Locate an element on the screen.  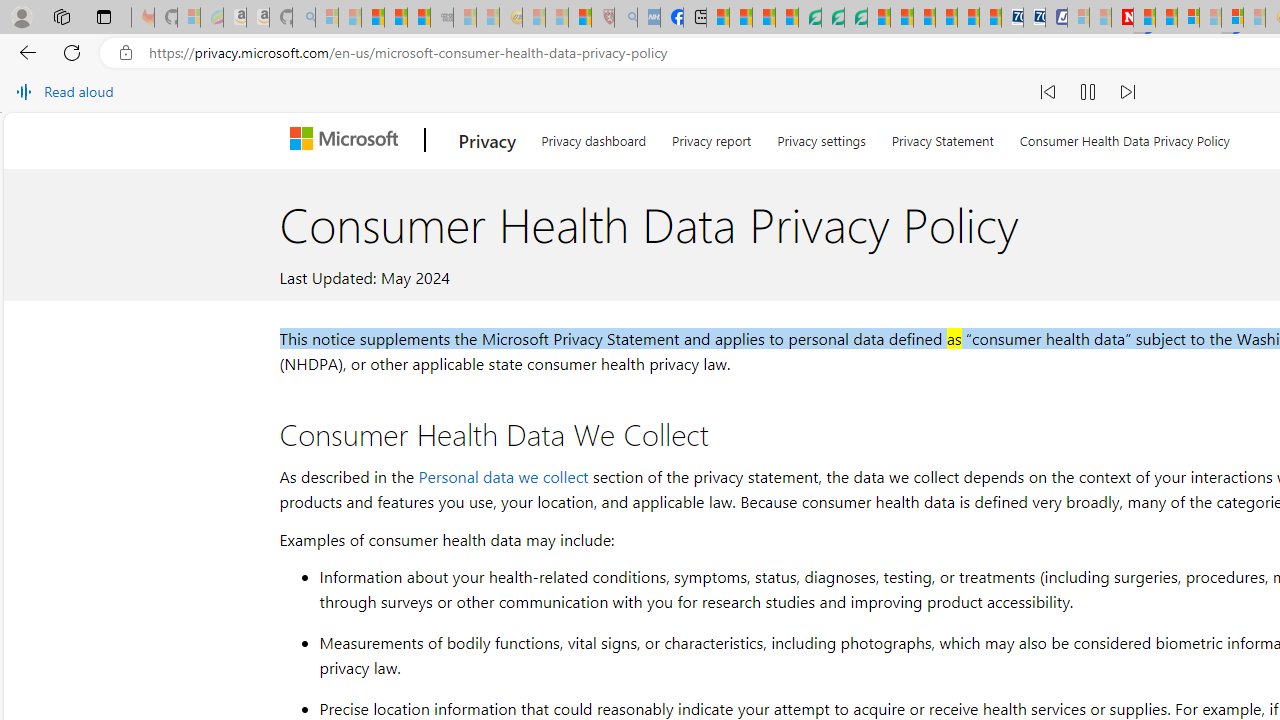
'Privacy dashboard' is located at coordinates (592, 136).